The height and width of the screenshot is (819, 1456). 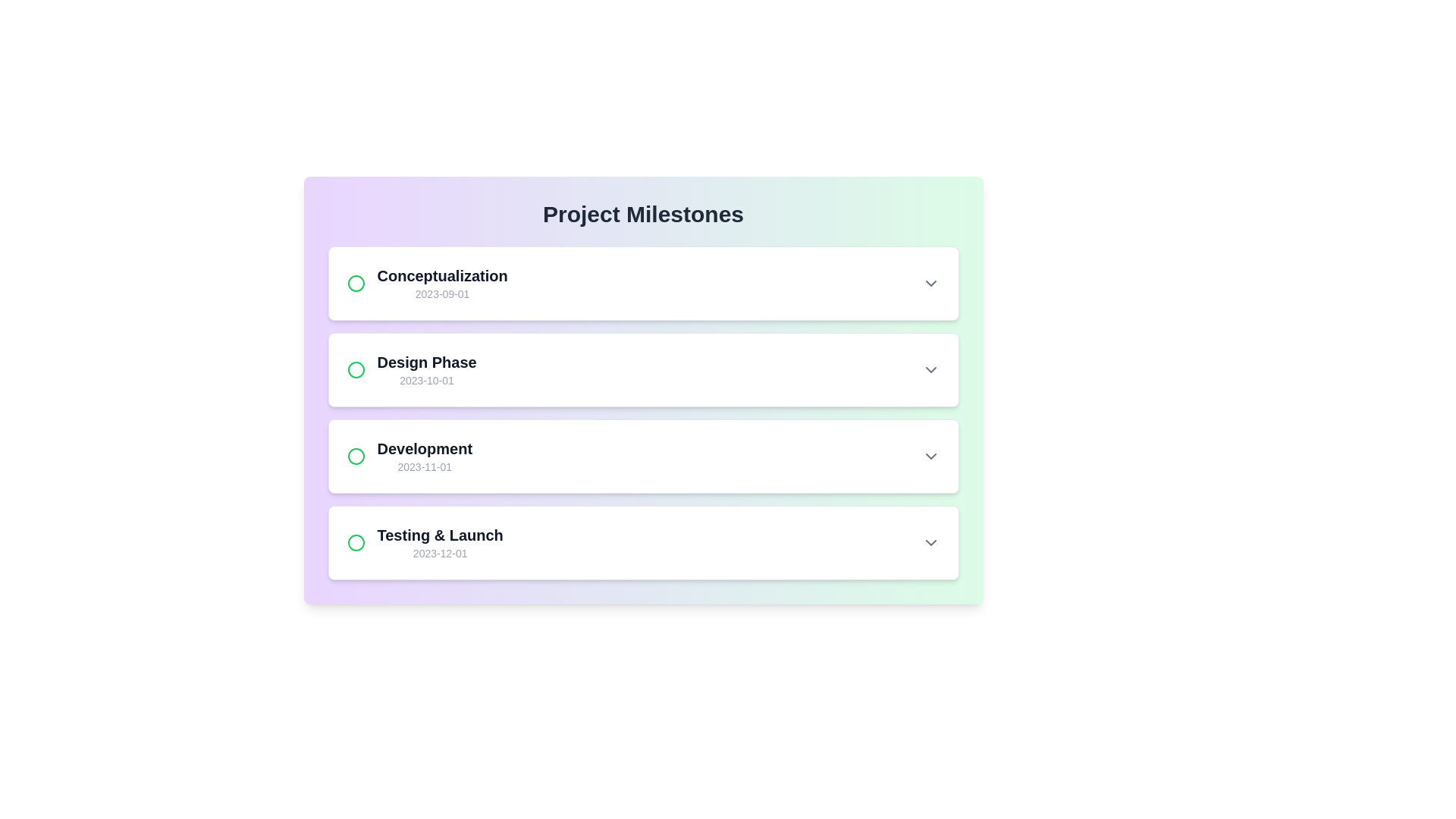 I want to click on the date '2023-11-01' of the project milestone 'Development', so click(x=409, y=455).